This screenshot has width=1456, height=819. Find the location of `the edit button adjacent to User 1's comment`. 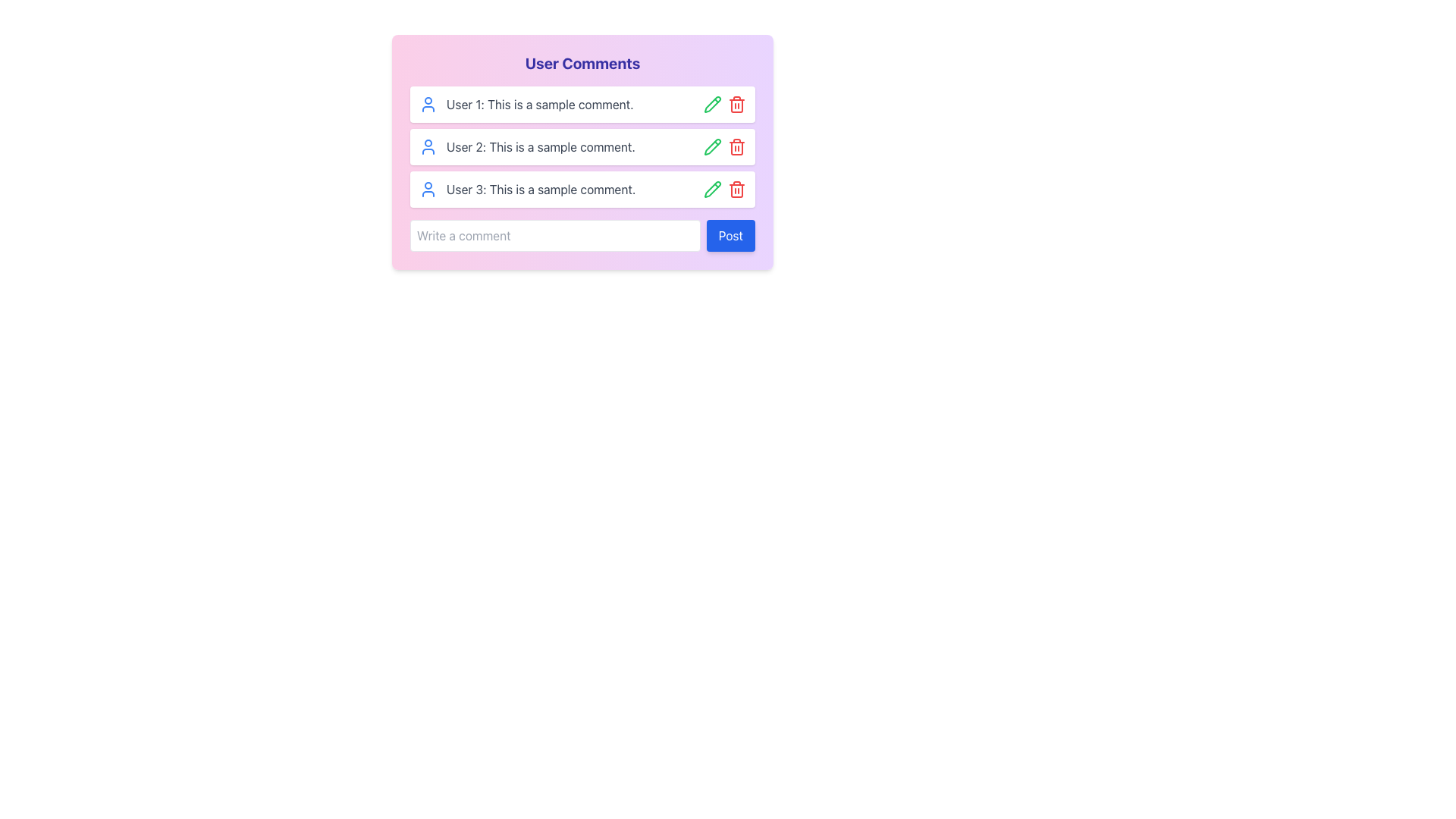

the edit button adjacent to User 1's comment is located at coordinates (712, 146).